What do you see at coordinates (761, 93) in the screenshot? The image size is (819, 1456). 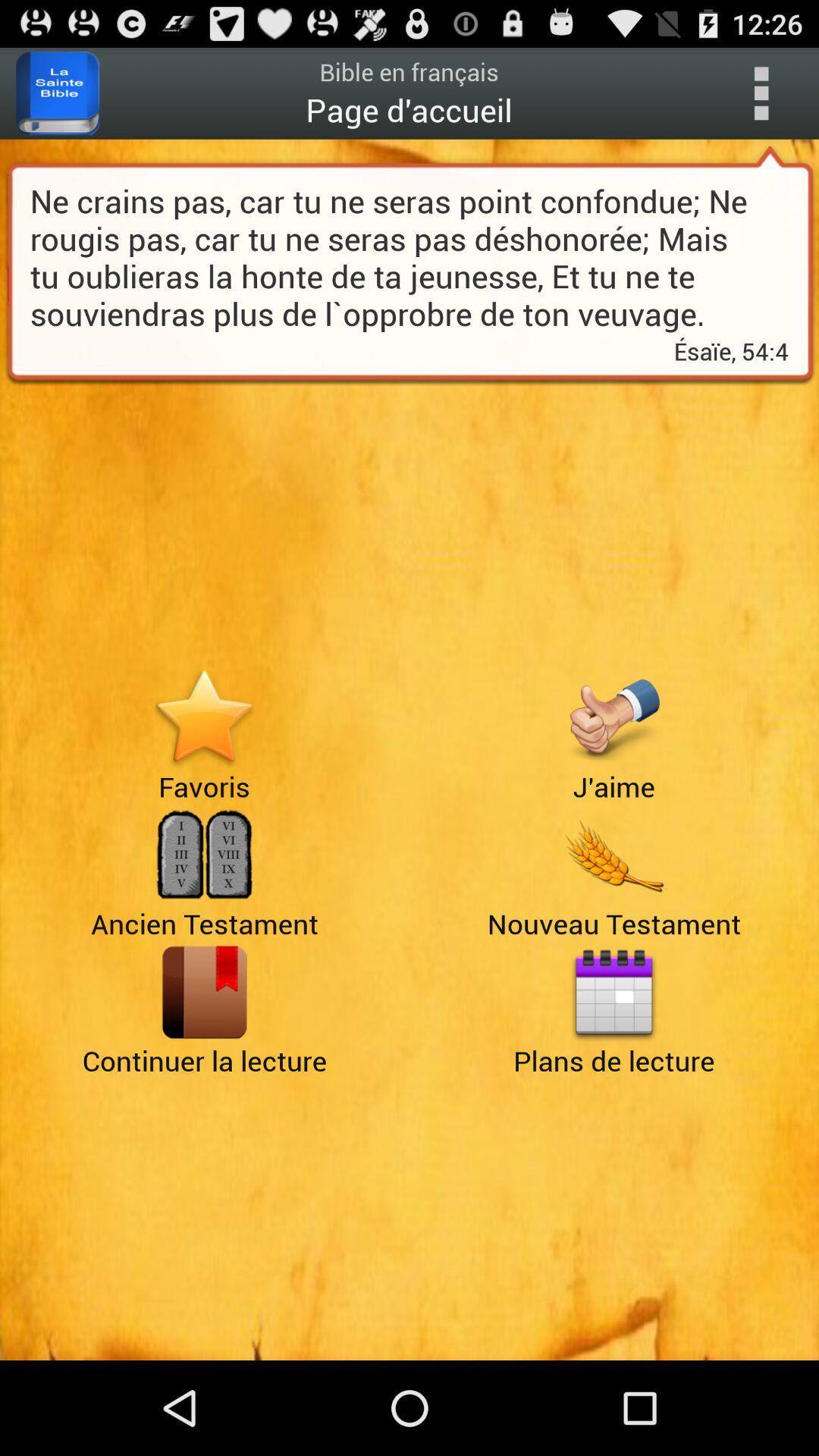 I see `expand settings` at bounding box center [761, 93].